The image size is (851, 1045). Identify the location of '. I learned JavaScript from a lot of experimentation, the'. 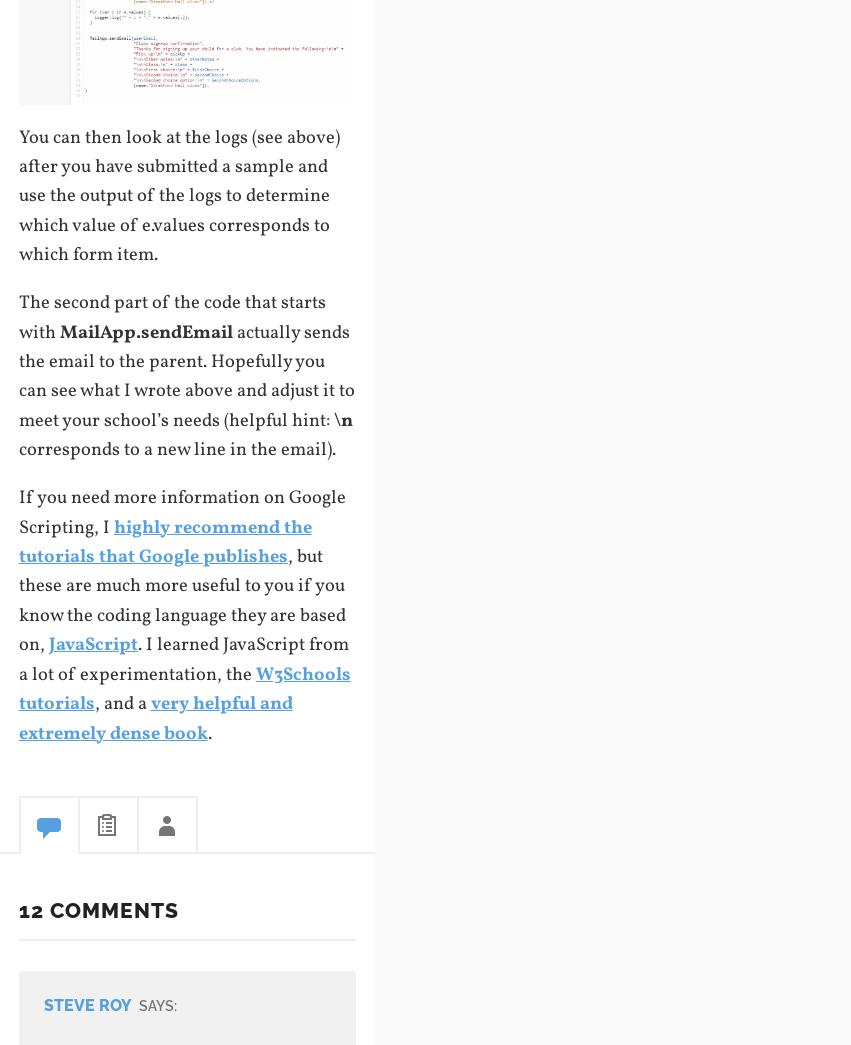
(181, 659).